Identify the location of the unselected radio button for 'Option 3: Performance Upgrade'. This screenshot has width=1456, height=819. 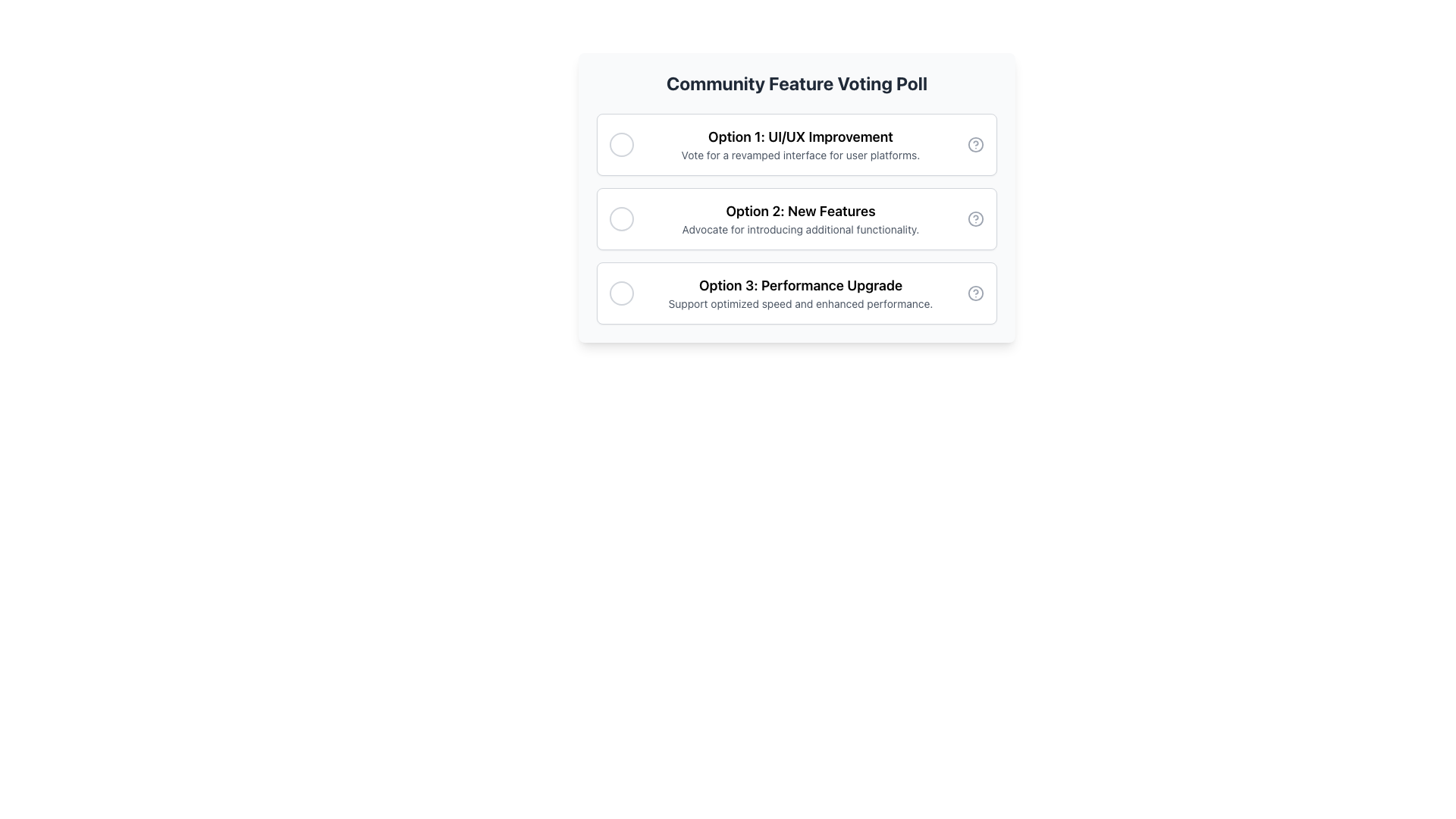
(622, 293).